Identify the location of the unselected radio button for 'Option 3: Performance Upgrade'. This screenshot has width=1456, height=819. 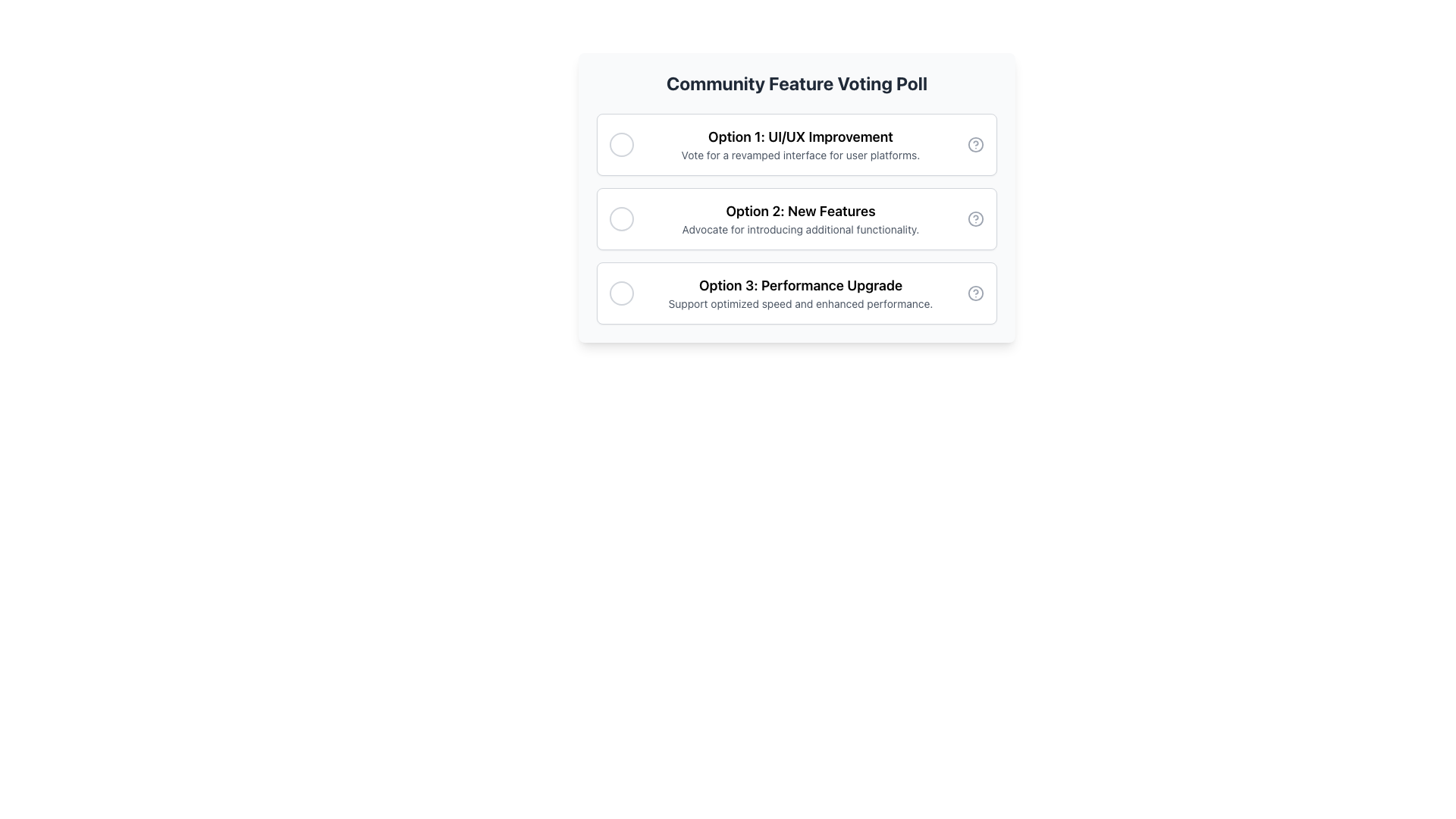
(622, 293).